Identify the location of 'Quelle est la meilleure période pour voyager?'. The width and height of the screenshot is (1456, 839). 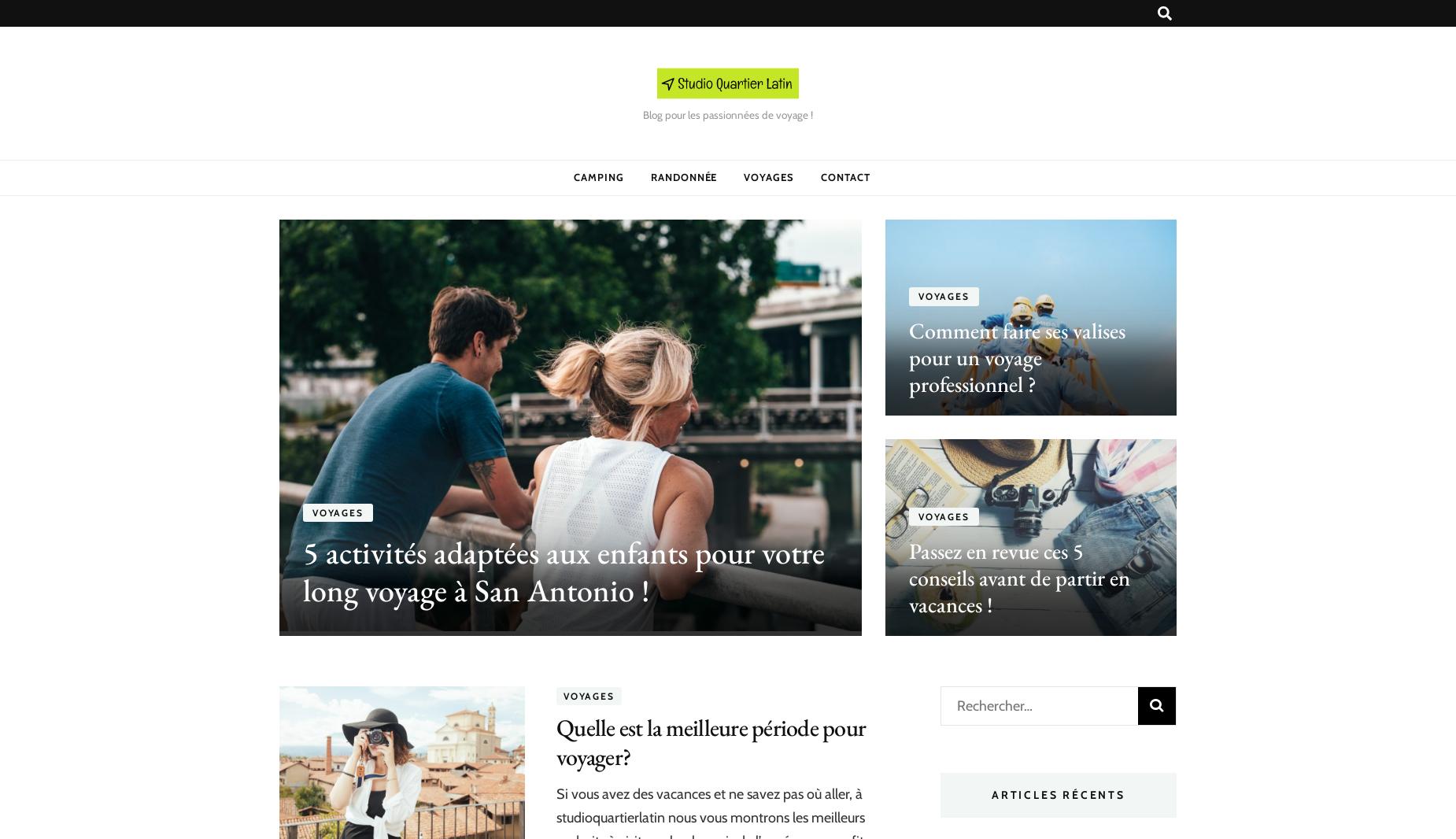
(556, 741).